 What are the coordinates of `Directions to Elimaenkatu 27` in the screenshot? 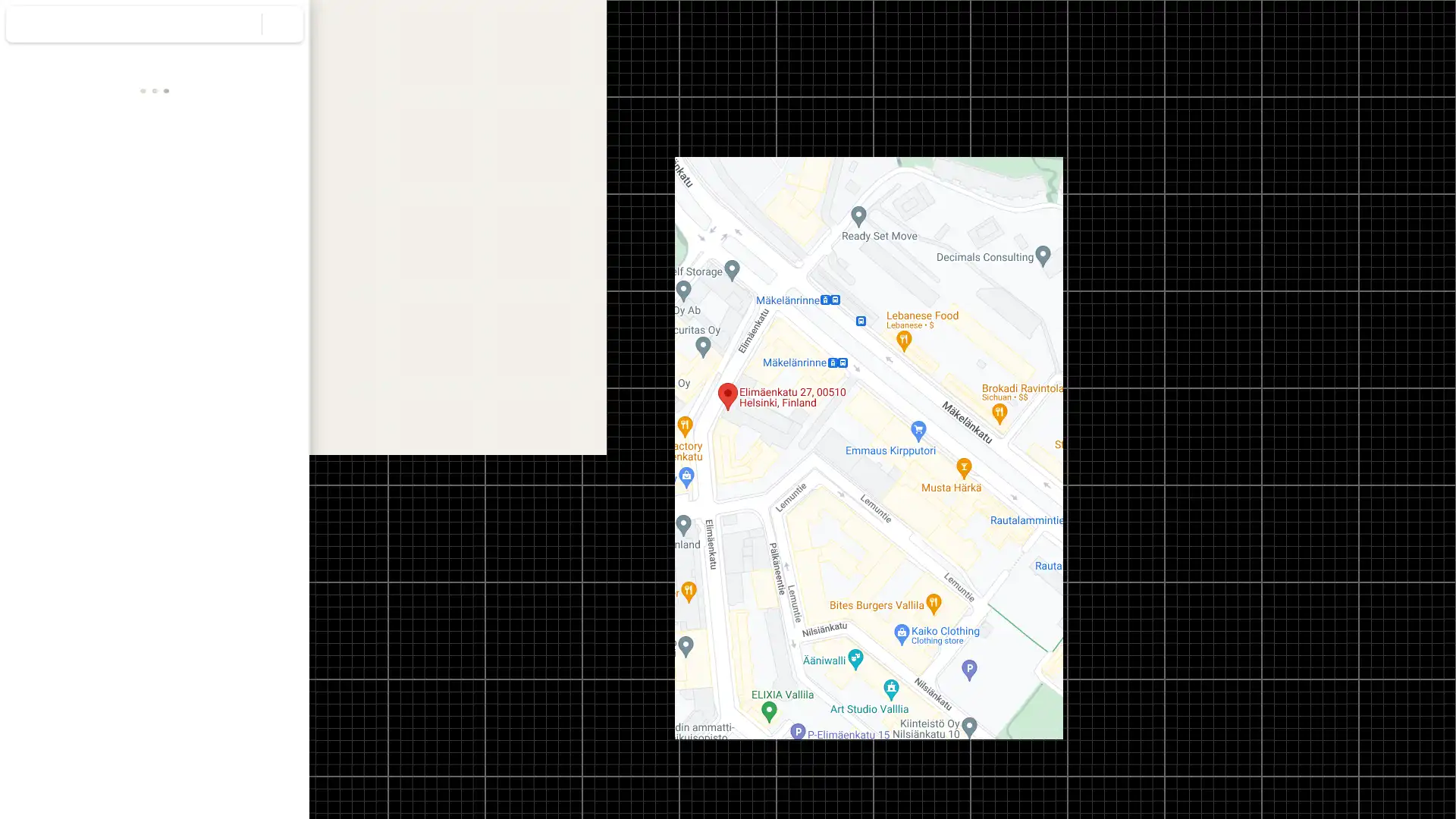 It's located at (43, 259).